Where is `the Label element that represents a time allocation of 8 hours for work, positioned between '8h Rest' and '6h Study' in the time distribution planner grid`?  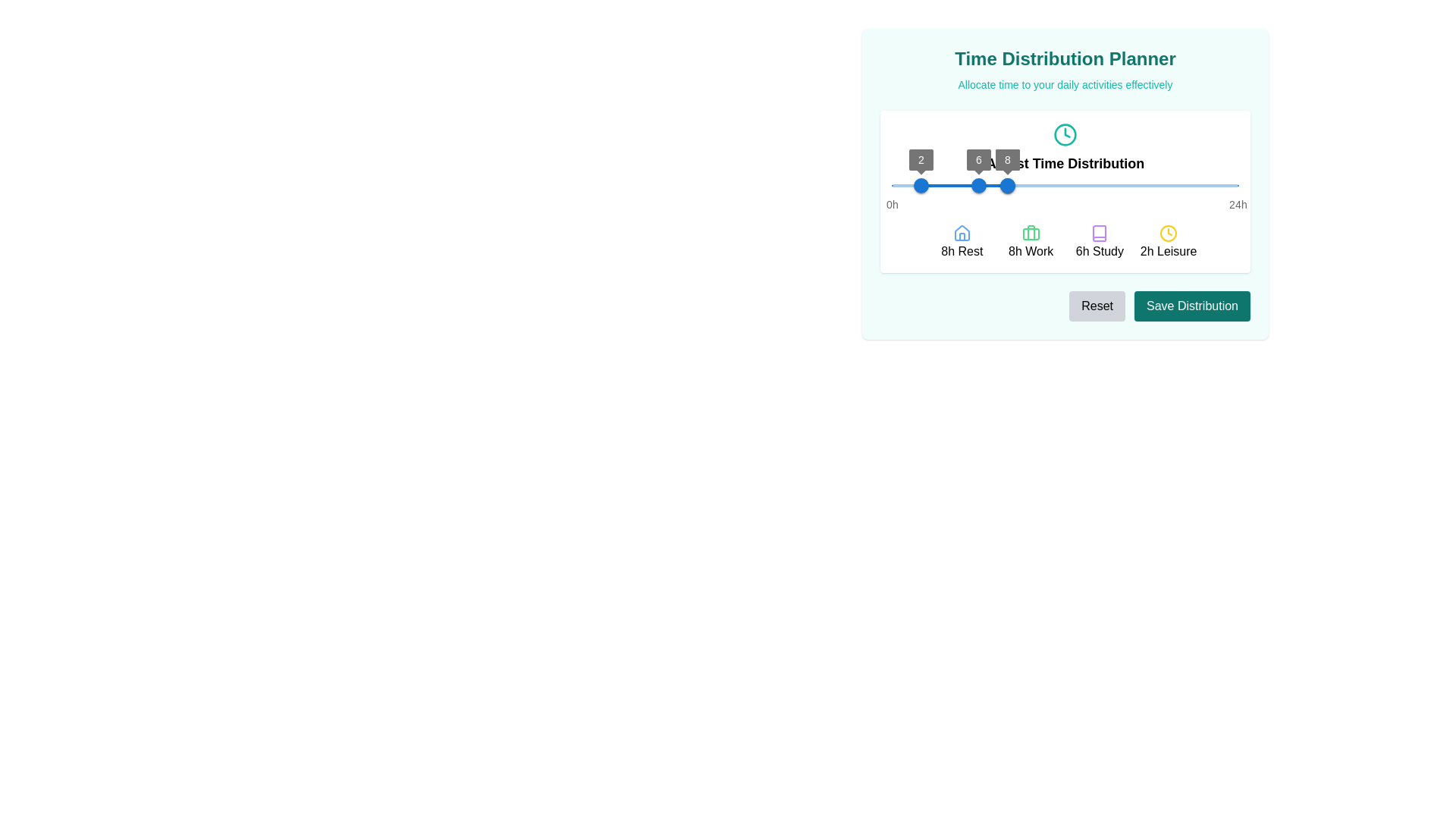 the Label element that represents a time allocation of 8 hours for work, positioned between '8h Rest' and '6h Study' in the time distribution planner grid is located at coordinates (1031, 242).